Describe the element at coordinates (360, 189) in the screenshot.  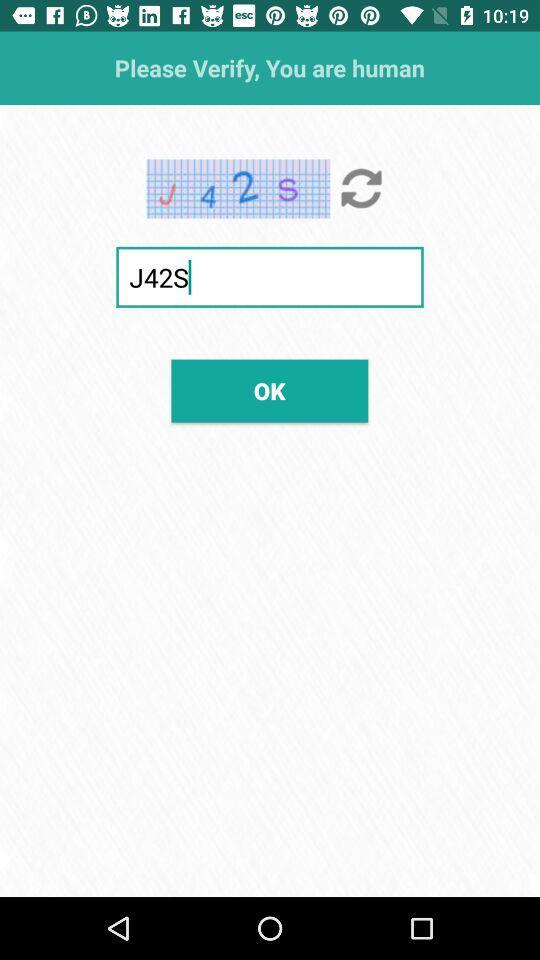
I see `the item at the top right corner` at that location.